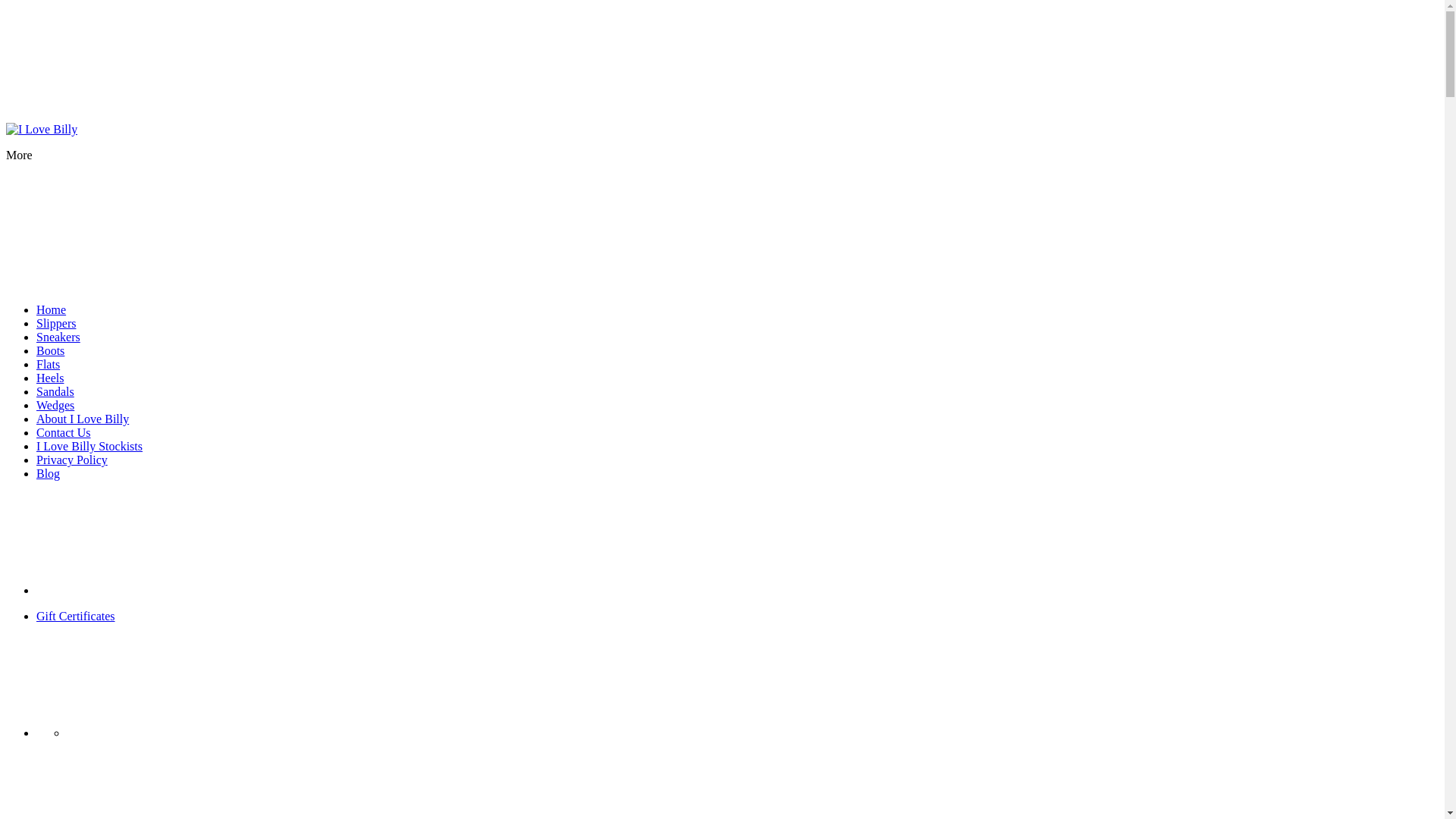 This screenshot has height=819, width=1456. What do you see at coordinates (149, 589) in the screenshot?
I see `'Show All'` at bounding box center [149, 589].